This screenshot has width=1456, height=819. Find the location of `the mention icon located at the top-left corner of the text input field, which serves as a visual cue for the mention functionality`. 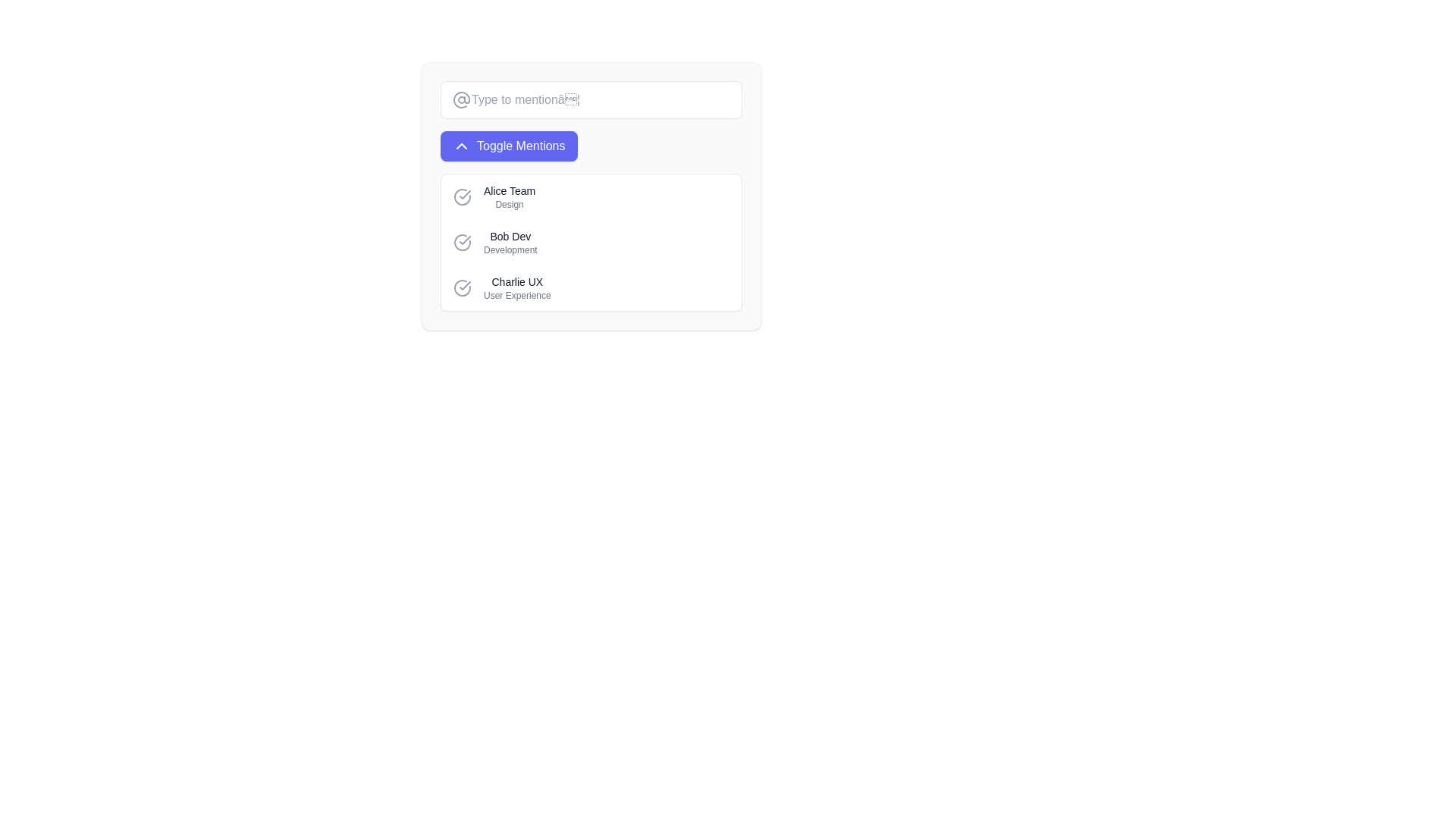

the mention icon located at the top-left corner of the text input field, which serves as a visual cue for the mention functionality is located at coordinates (461, 99).